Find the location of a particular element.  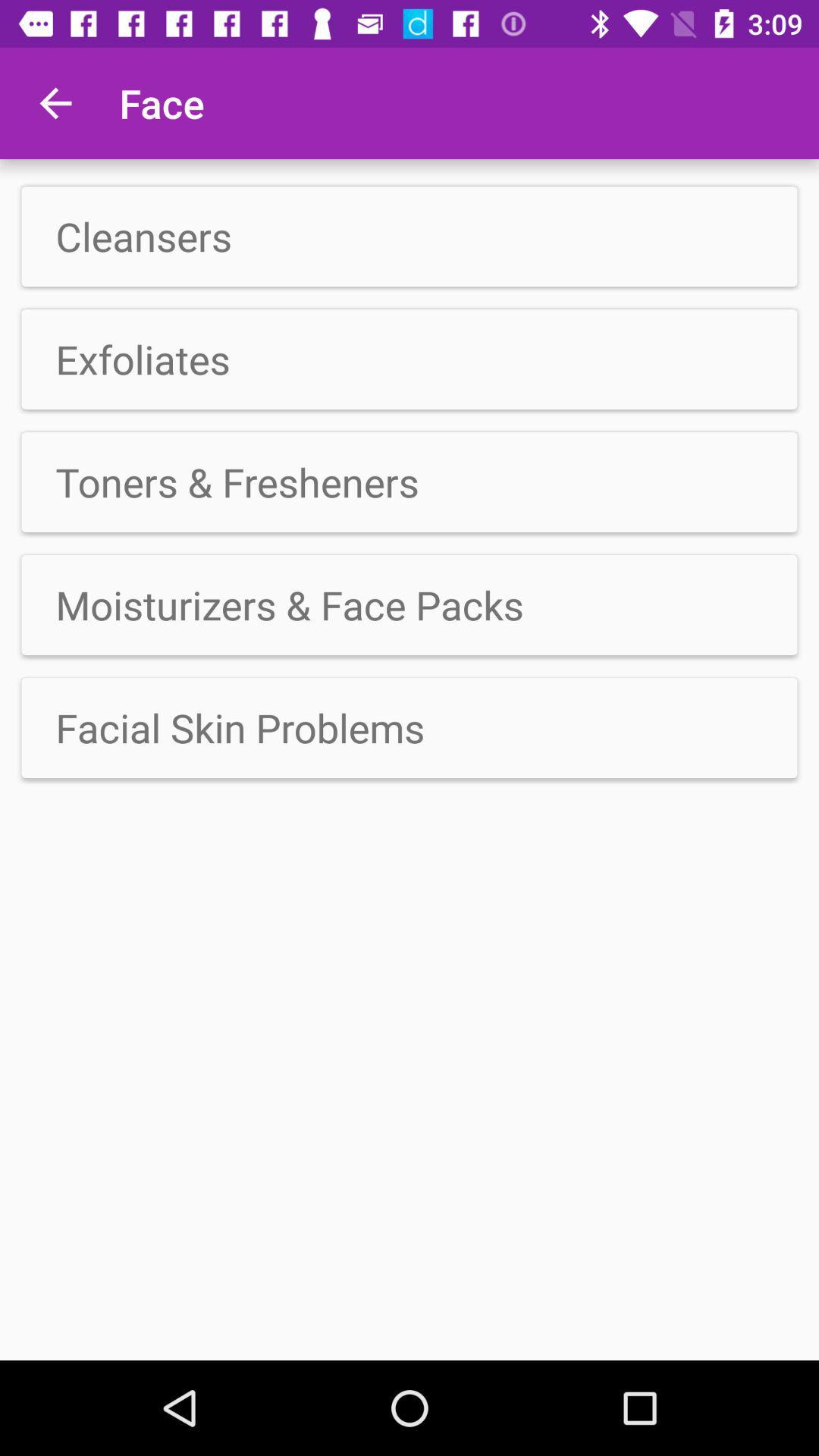

the app above toners & fresheners item is located at coordinates (409, 359).